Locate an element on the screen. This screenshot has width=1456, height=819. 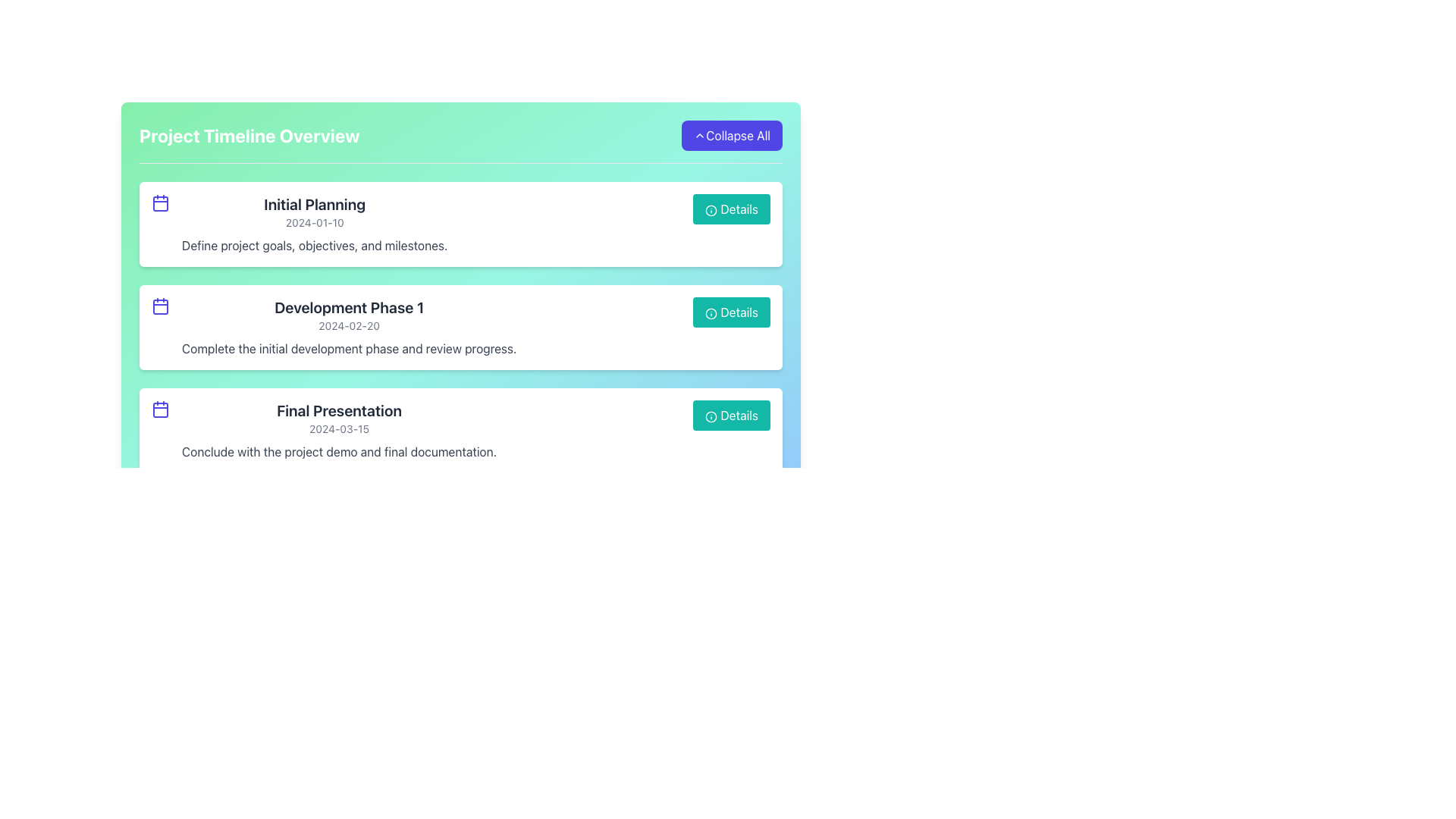
the Icon (Circle) located in the lower right corner of the 'Final Presentation' section within the 'Details' button is located at coordinates (711, 416).